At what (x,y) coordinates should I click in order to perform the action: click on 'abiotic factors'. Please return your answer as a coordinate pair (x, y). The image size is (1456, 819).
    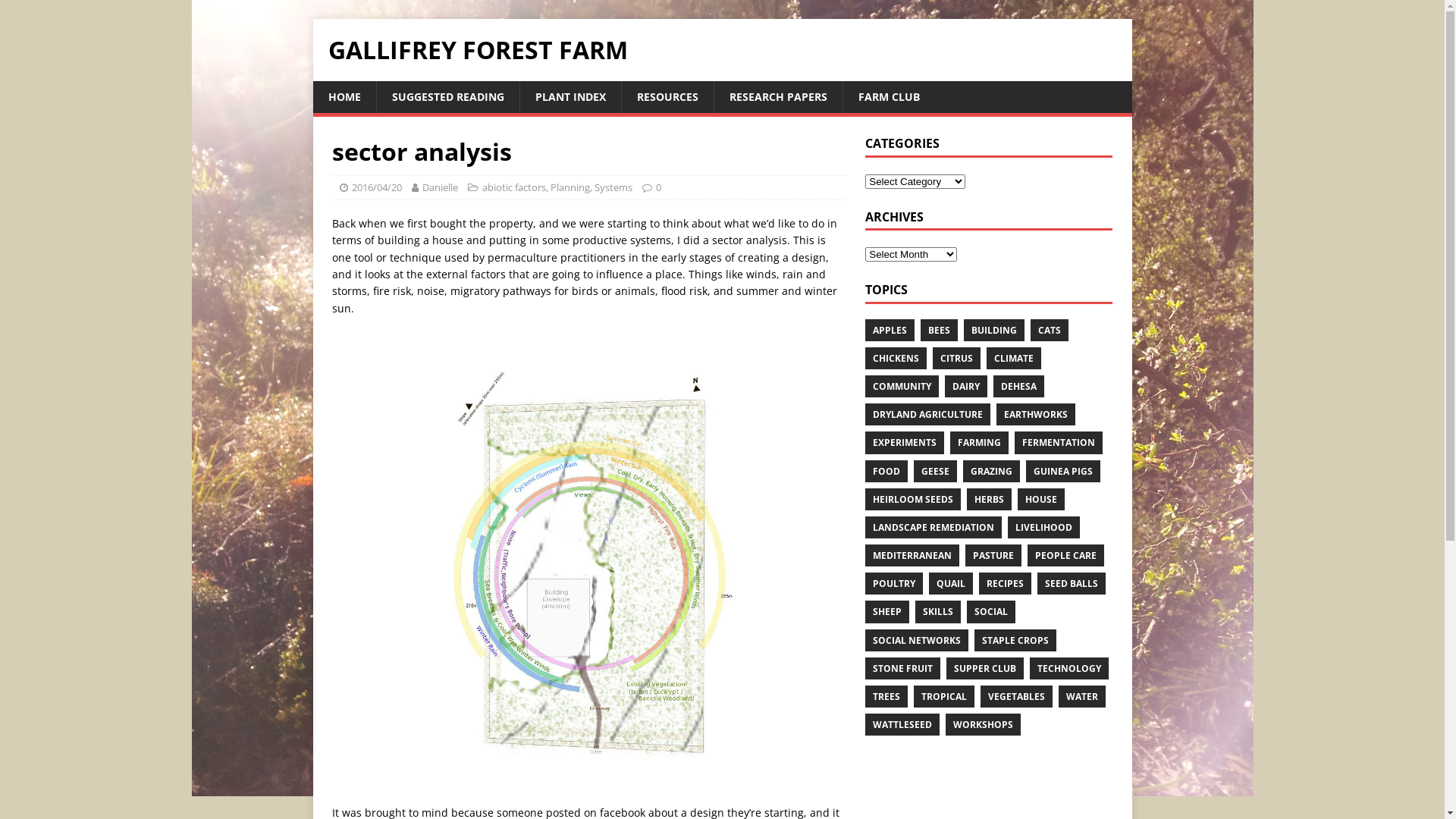
    Looking at the image, I should click on (513, 186).